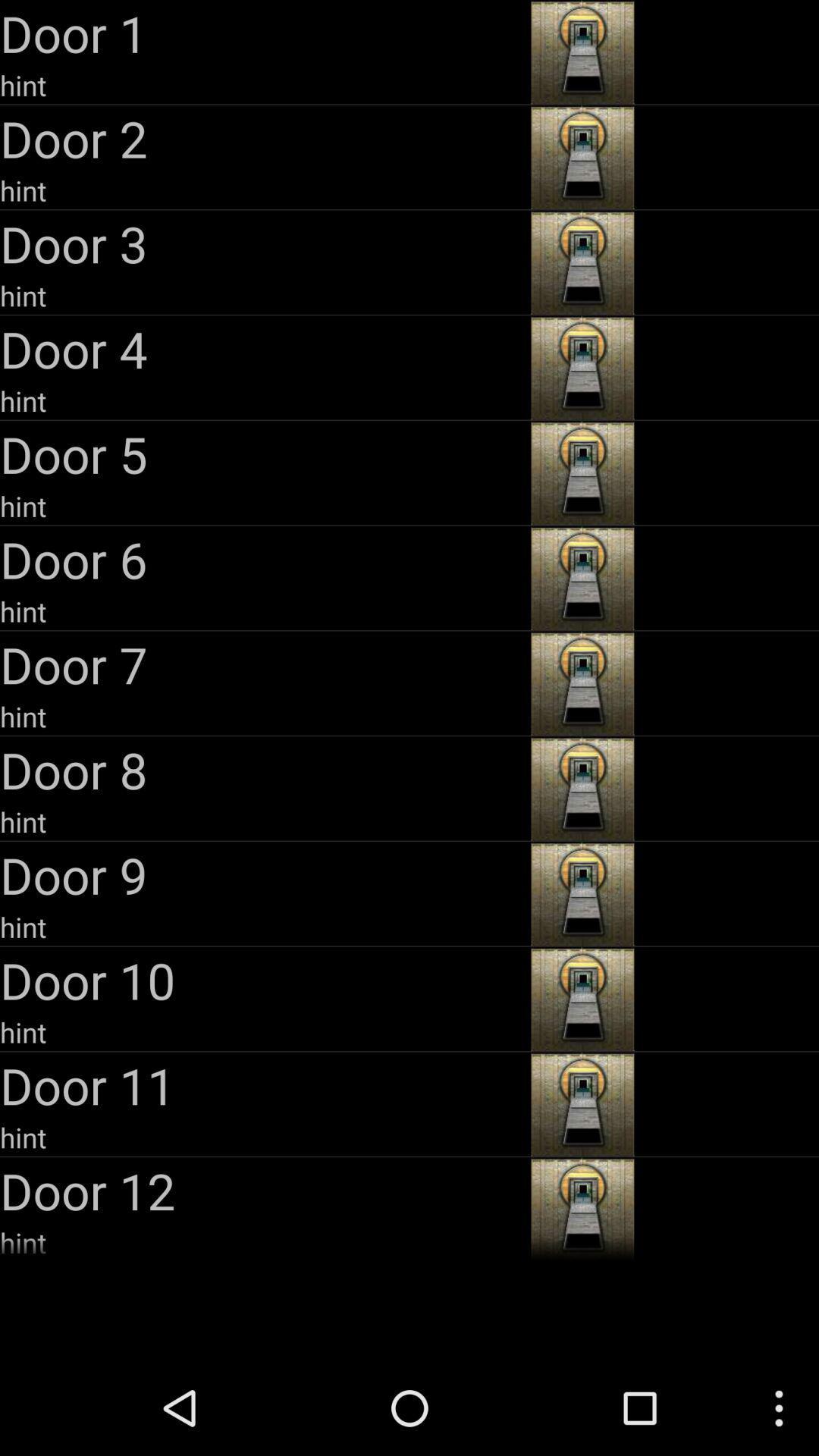 The image size is (819, 1456). Describe the element at coordinates (262, 558) in the screenshot. I see `the door 6 icon` at that location.